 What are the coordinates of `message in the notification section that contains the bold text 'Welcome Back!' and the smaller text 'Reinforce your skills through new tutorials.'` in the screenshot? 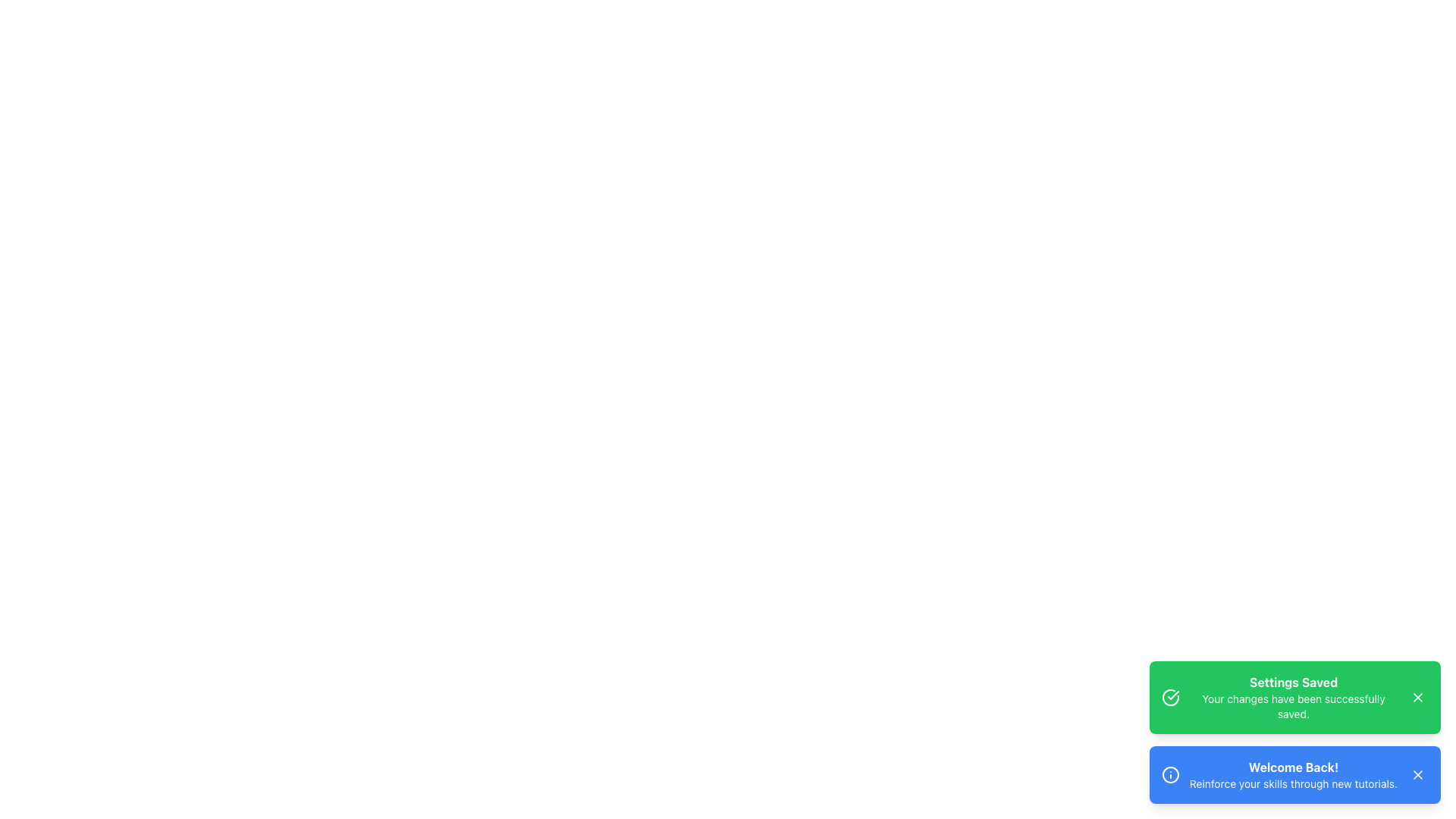 It's located at (1292, 775).